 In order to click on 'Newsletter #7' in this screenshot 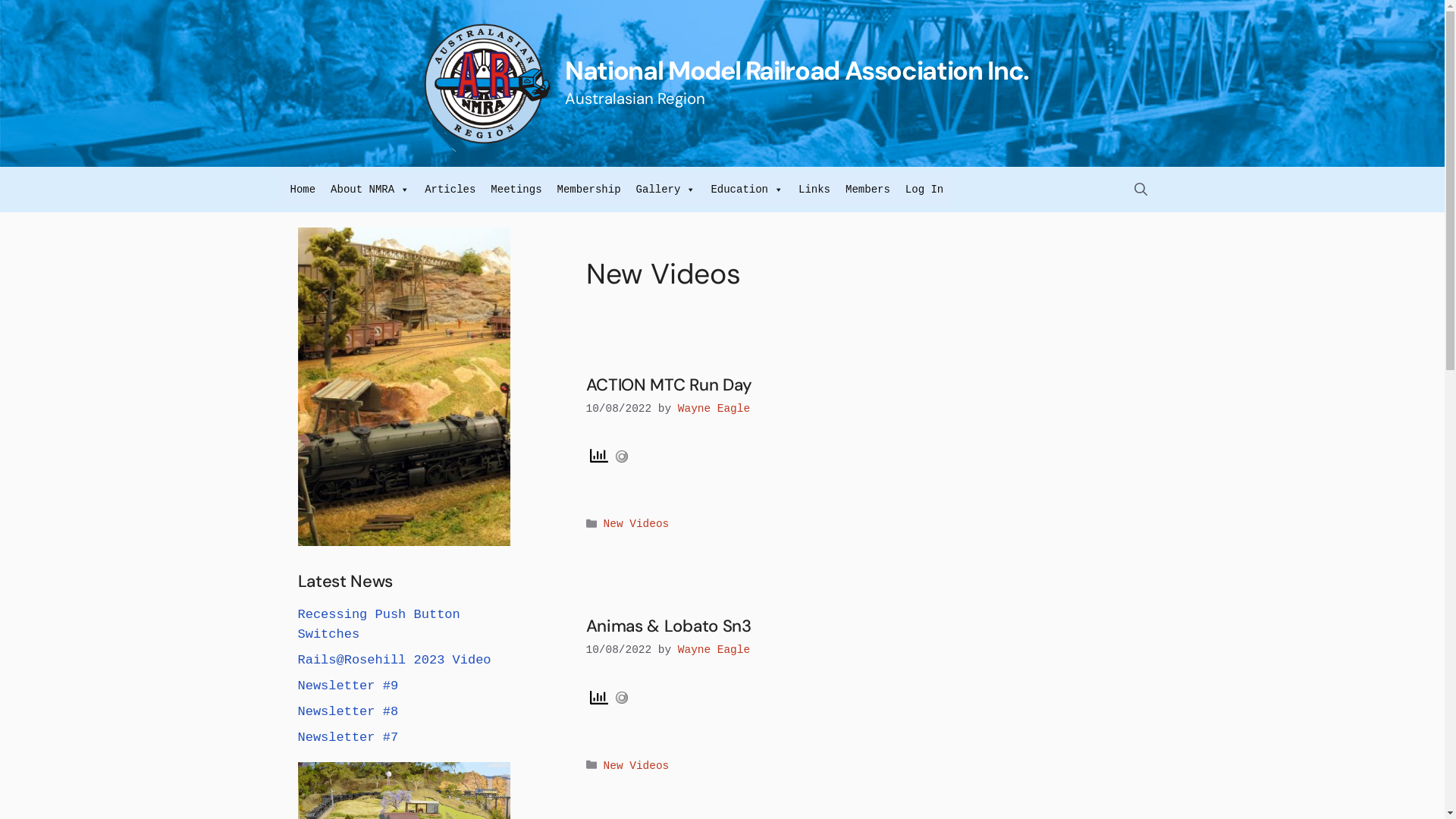, I will do `click(347, 736)`.